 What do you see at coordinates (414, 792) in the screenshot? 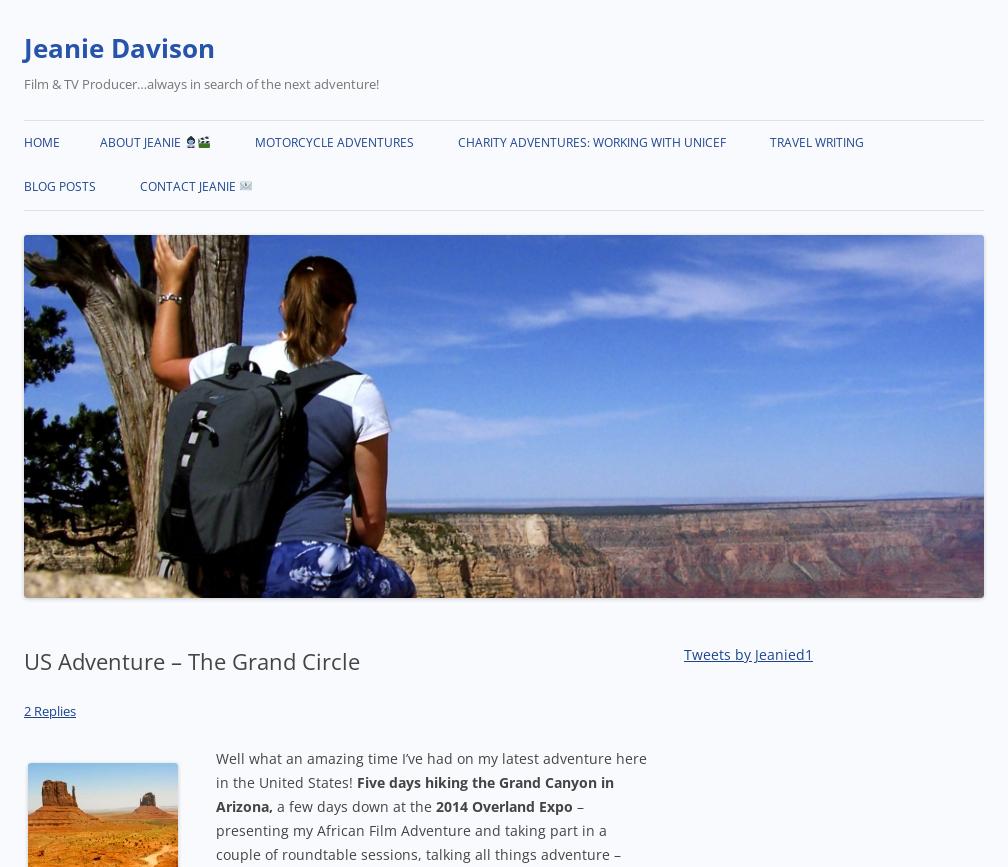
I see `'Five days hiking the Grand Canyon in Arizona,'` at bounding box center [414, 792].